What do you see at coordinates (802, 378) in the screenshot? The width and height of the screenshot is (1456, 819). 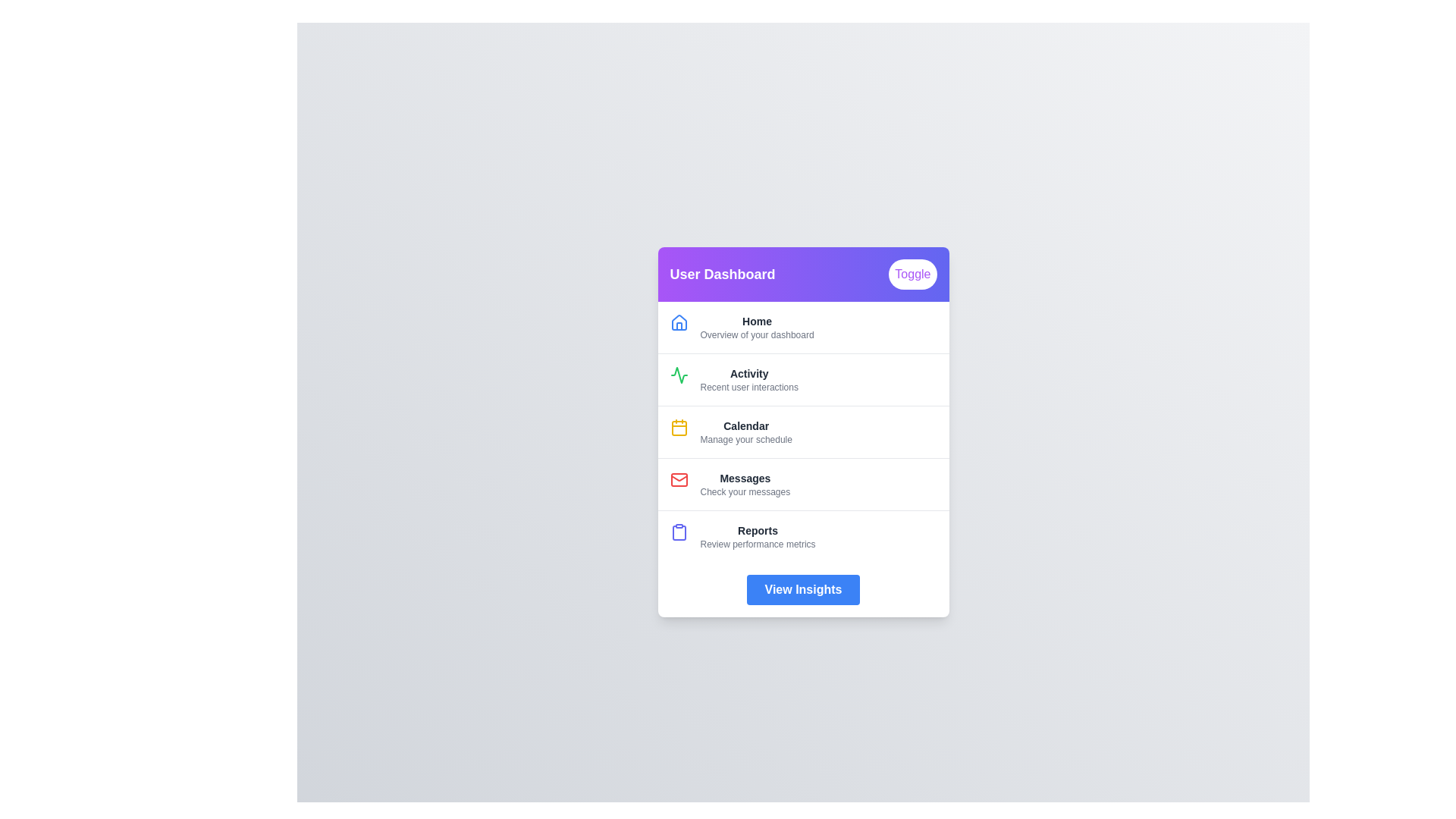 I see `the menu item corresponding to Activity` at bounding box center [802, 378].